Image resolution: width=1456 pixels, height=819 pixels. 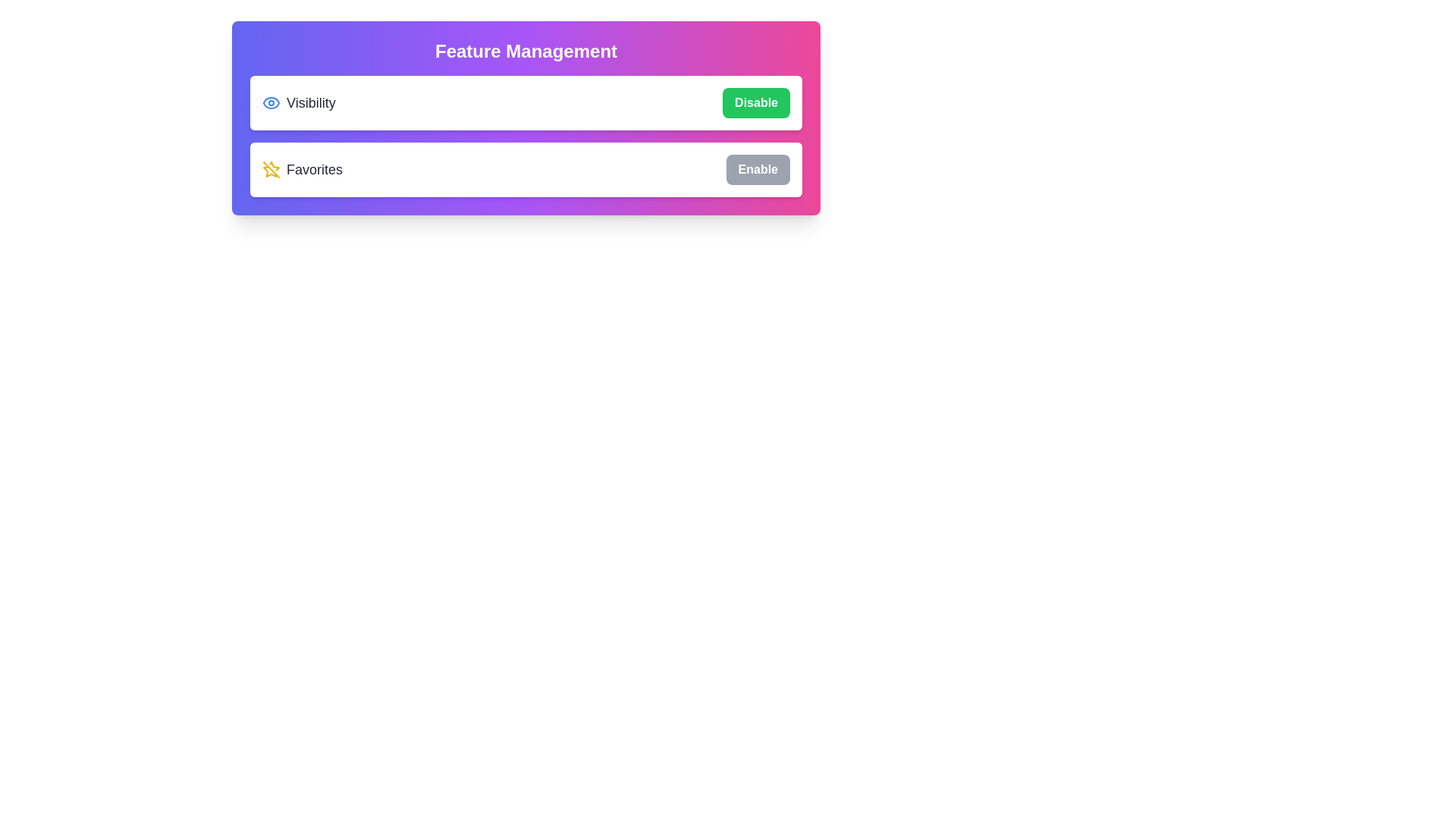 I want to click on the 'Enable' button next to the 'Favorites' label to toggle its status, so click(x=757, y=169).